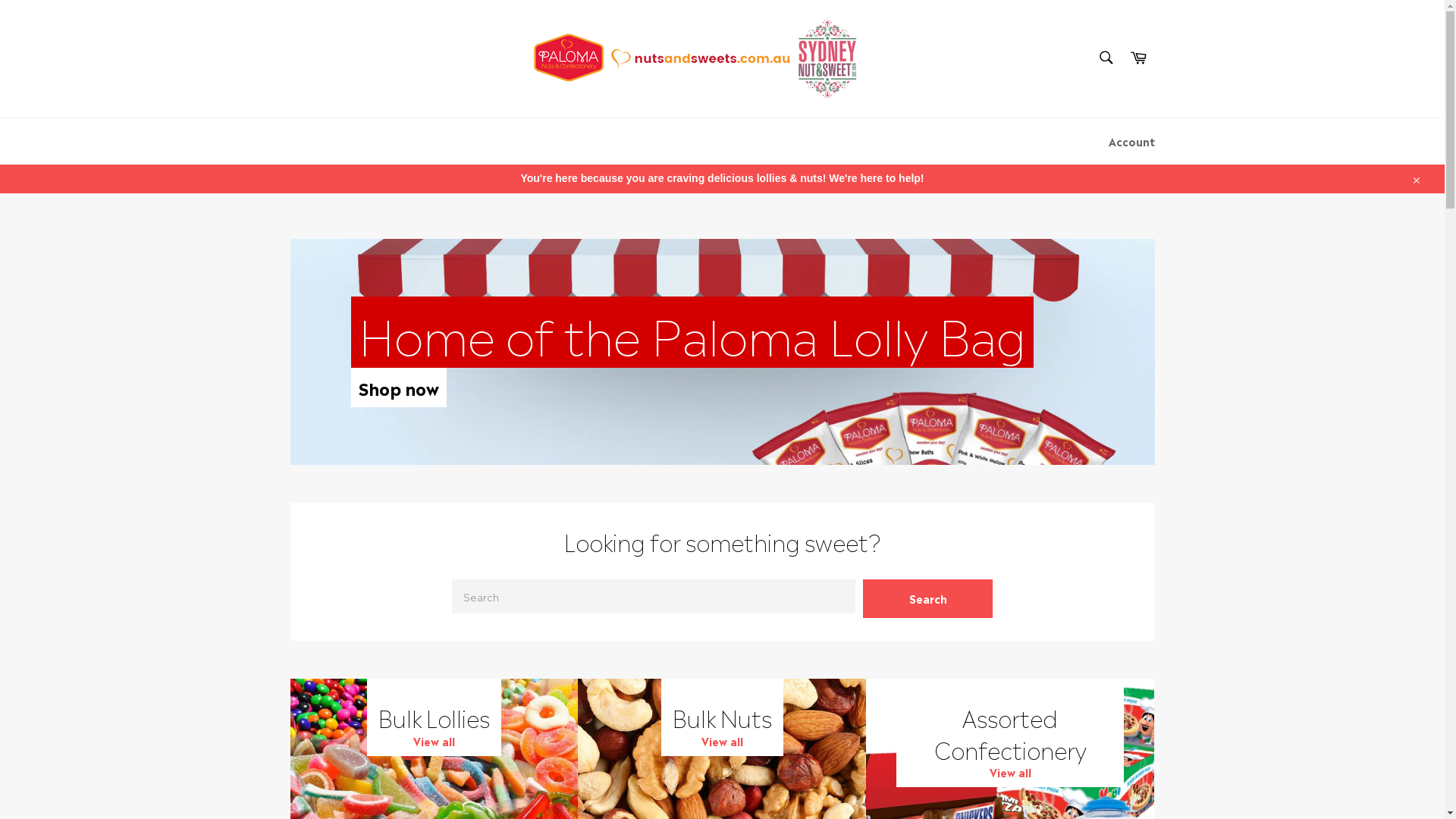 The image size is (1456, 819). I want to click on 'Cart', so click(1138, 58).